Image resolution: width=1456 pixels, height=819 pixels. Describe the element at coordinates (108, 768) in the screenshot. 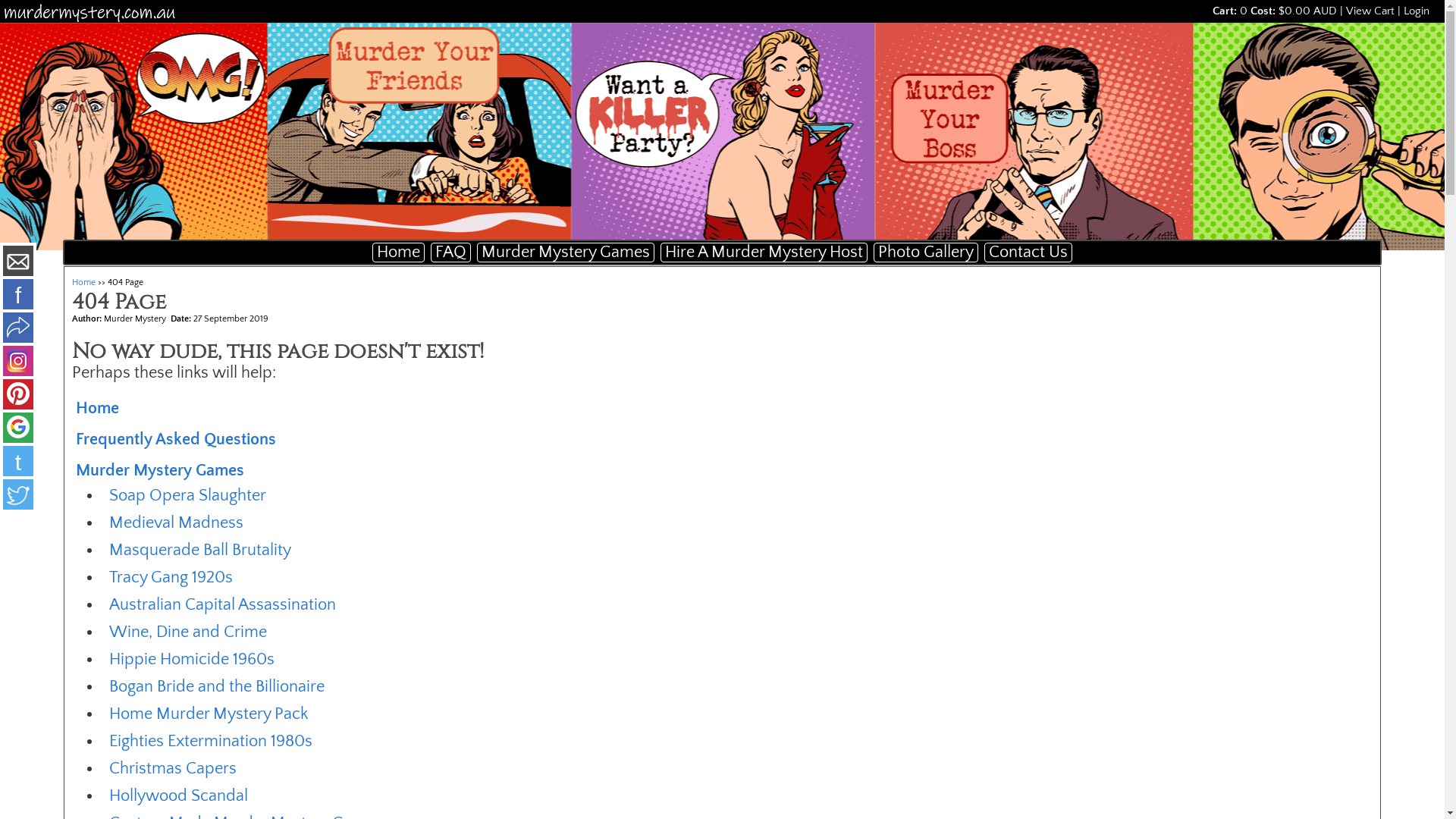

I see `'Christmas Capers'` at that location.